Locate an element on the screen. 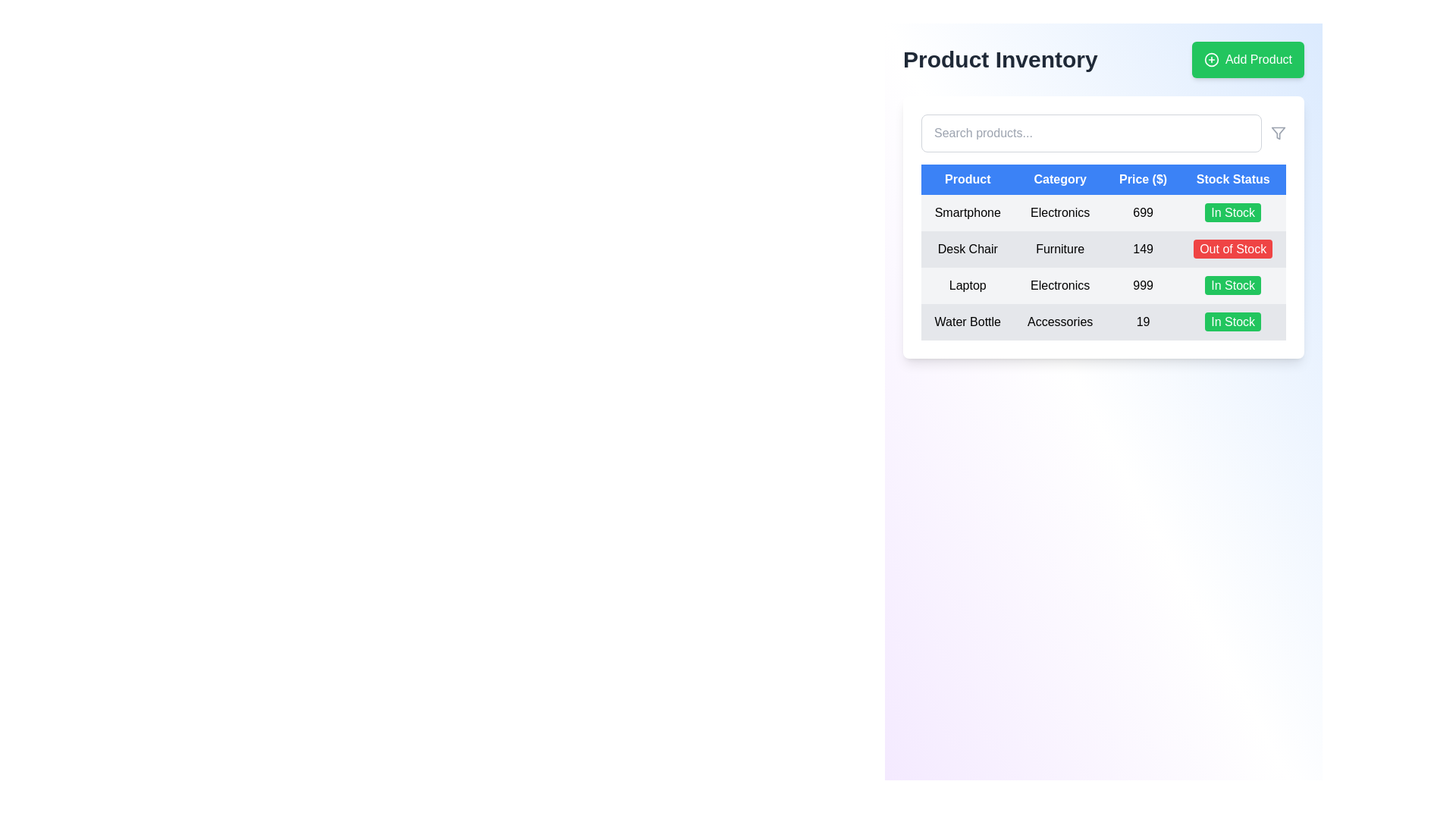  the text label element displaying 'Water Bottle', which is located in the first column of the fourth row in a tabular structure is located at coordinates (967, 321).